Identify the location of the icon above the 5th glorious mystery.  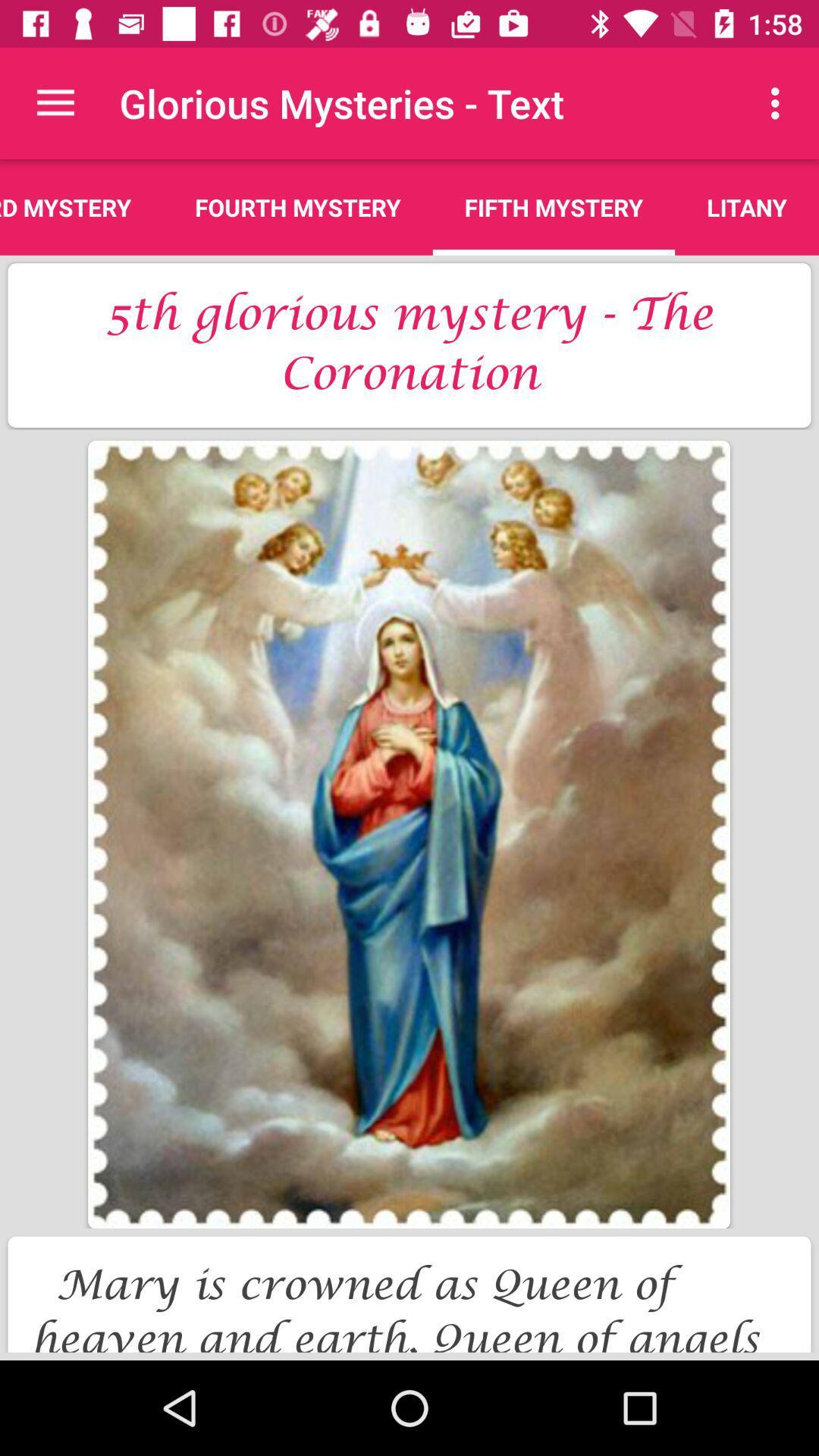
(554, 206).